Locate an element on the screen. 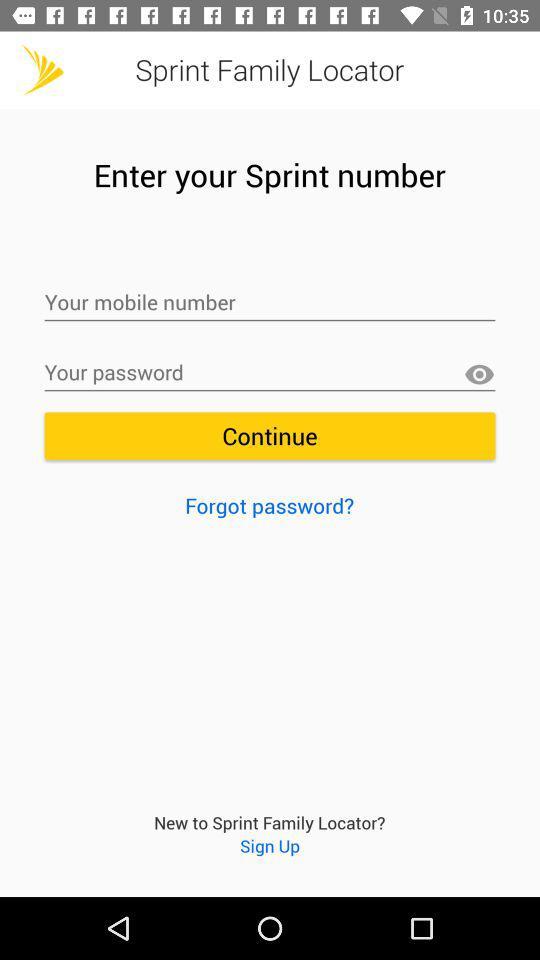 The width and height of the screenshot is (540, 960). mobile number is located at coordinates (270, 303).